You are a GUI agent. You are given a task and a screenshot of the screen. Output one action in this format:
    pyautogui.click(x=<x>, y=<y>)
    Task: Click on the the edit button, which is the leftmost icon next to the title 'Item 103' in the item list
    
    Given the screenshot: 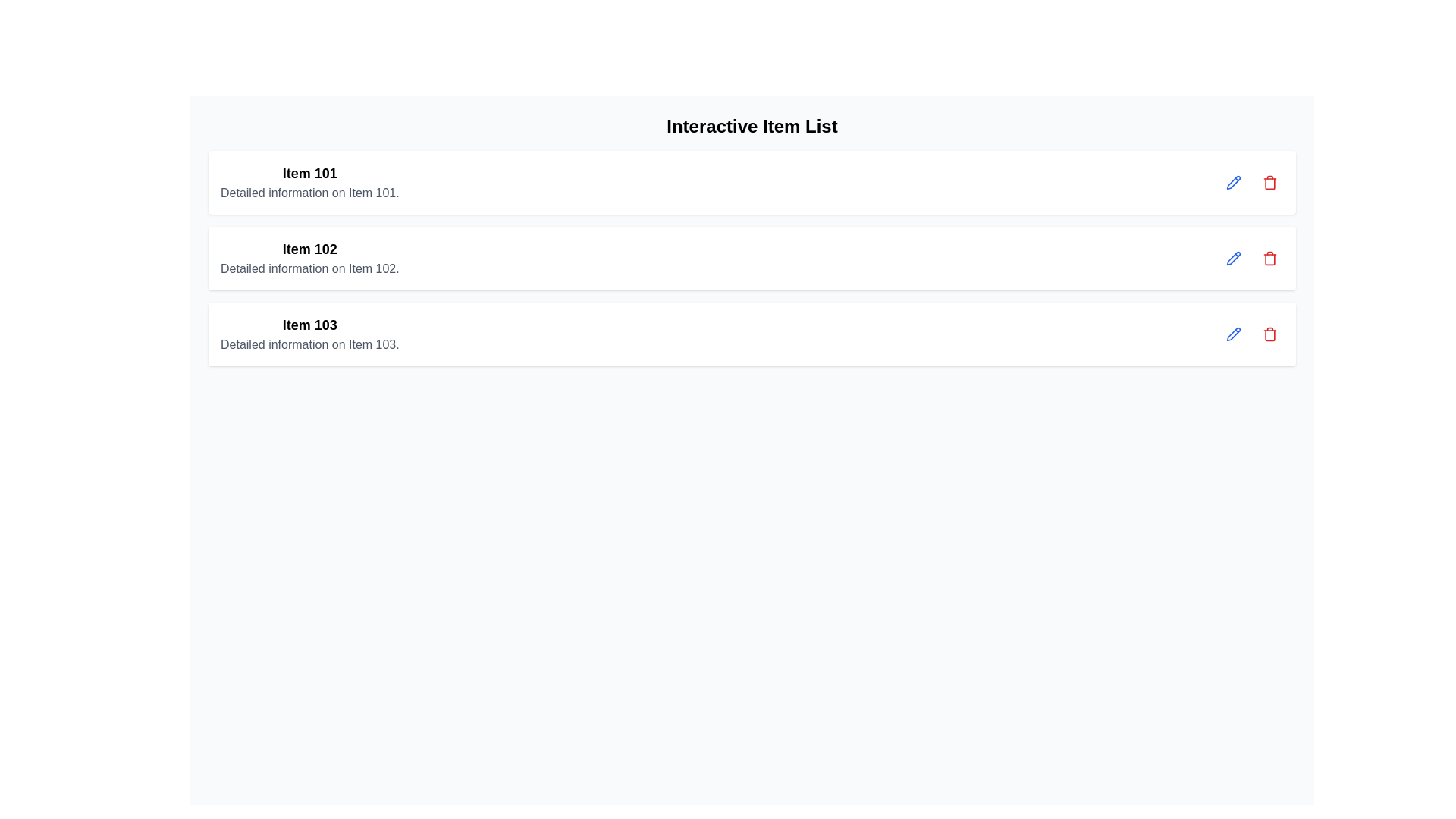 What is the action you would take?
    pyautogui.click(x=1234, y=333)
    